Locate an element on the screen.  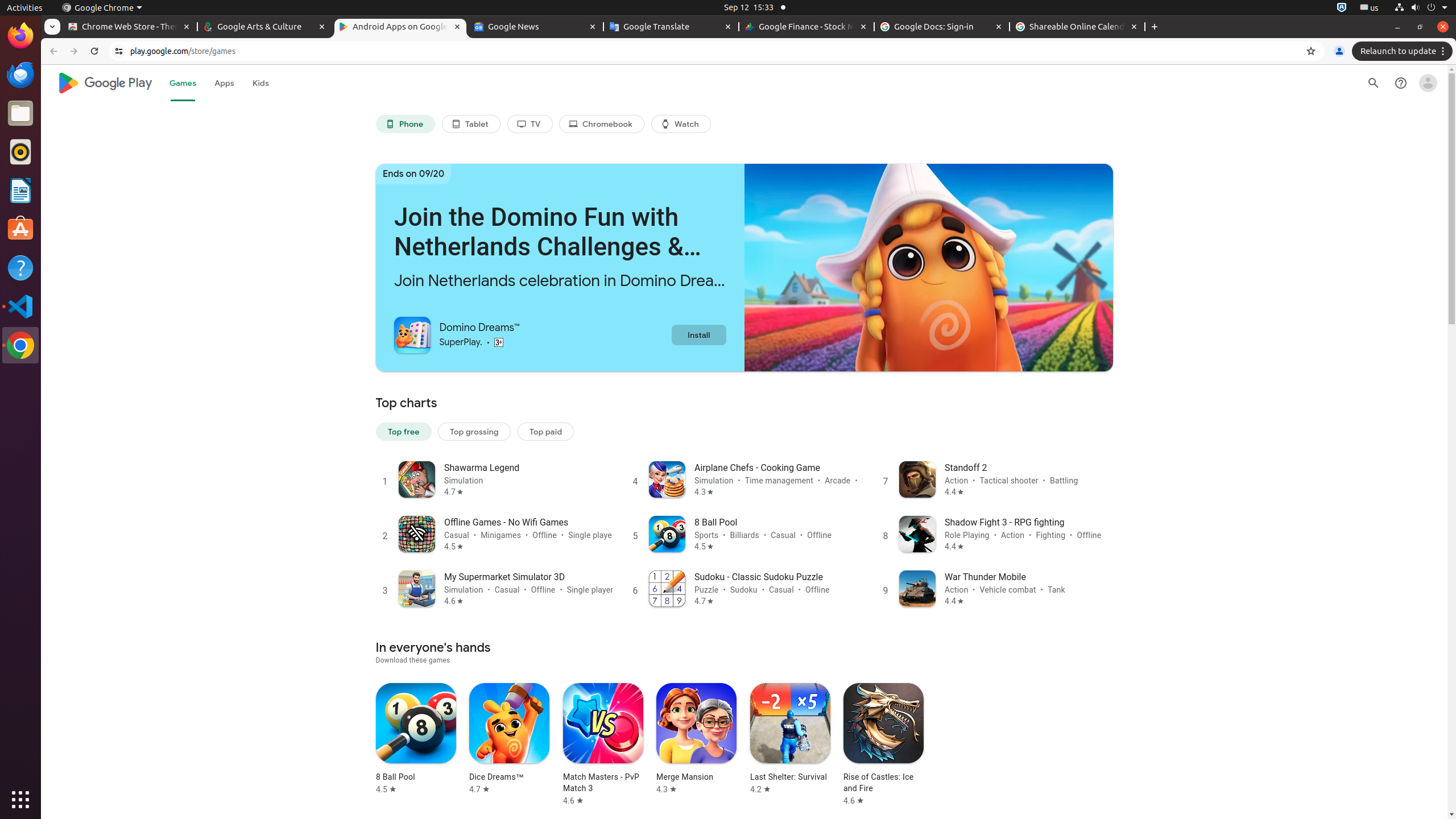
'Top paid' is located at coordinates (545, 431).